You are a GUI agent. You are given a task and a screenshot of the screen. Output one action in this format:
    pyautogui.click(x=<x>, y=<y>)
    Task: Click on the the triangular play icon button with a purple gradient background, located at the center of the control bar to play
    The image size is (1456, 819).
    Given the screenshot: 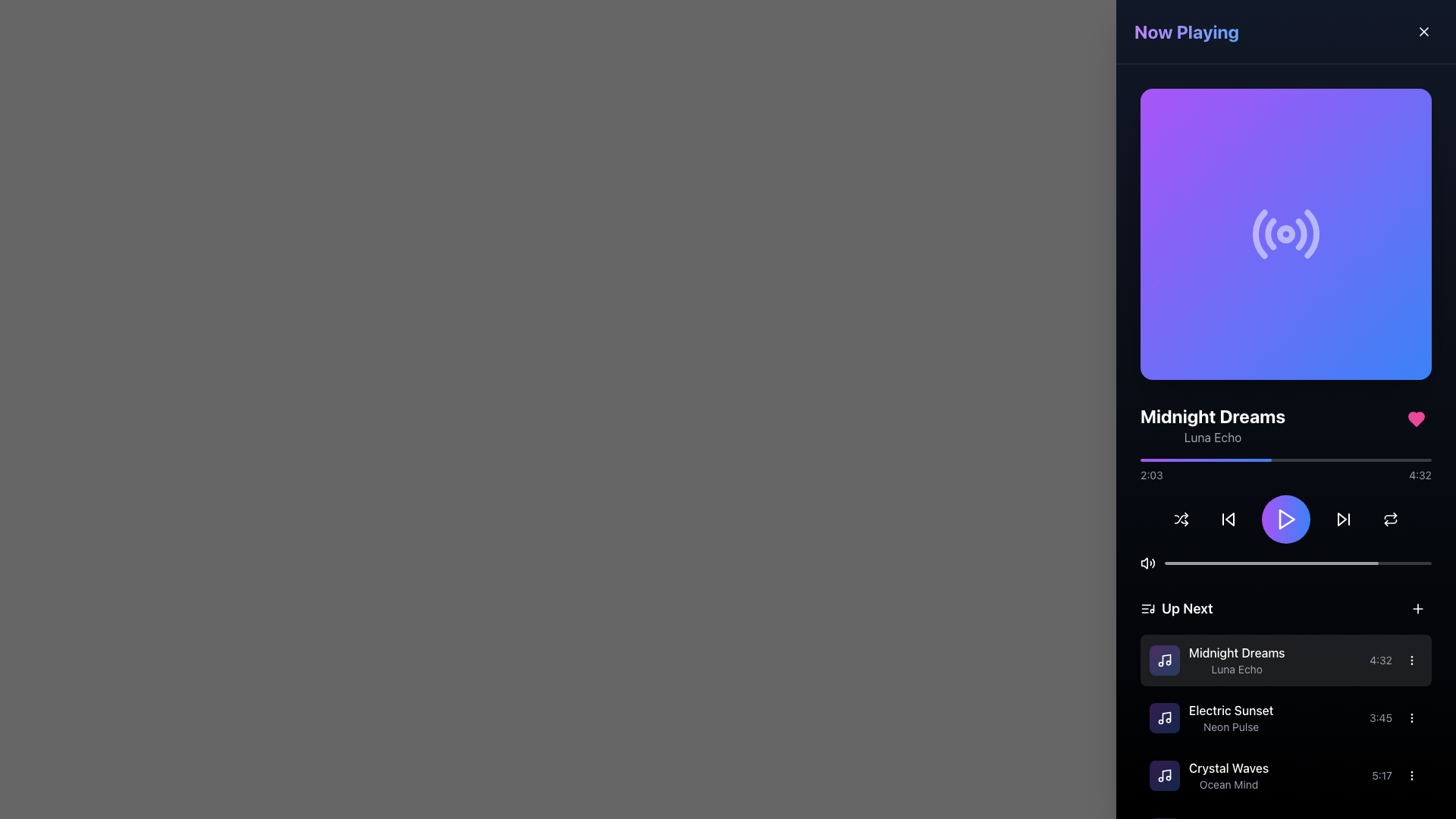 What is the action you would take?
    pyautogui.click(x=1285, y=519)
    